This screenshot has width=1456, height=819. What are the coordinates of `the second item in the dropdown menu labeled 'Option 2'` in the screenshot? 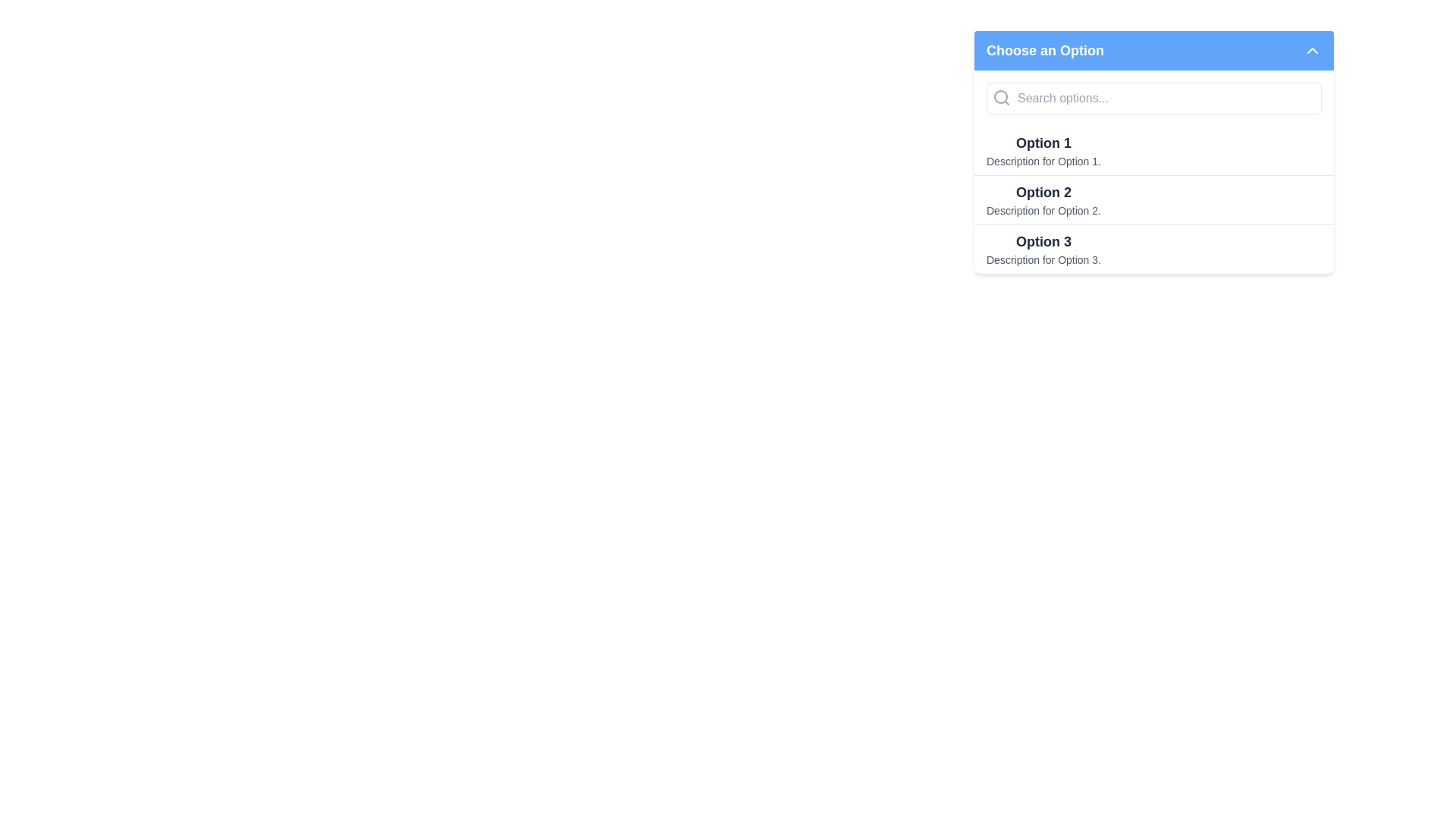 It's located at (1043, 199).